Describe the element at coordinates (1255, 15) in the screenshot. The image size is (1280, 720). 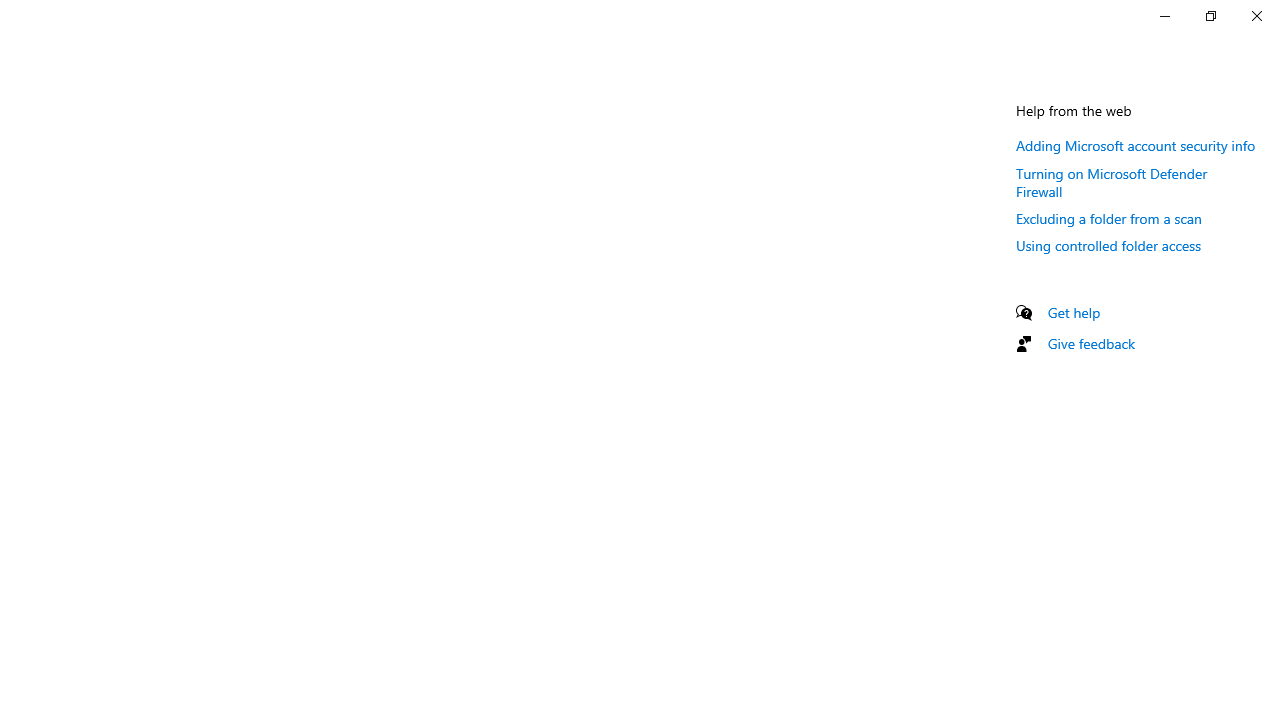
I see `'Close Settings'` at that location.